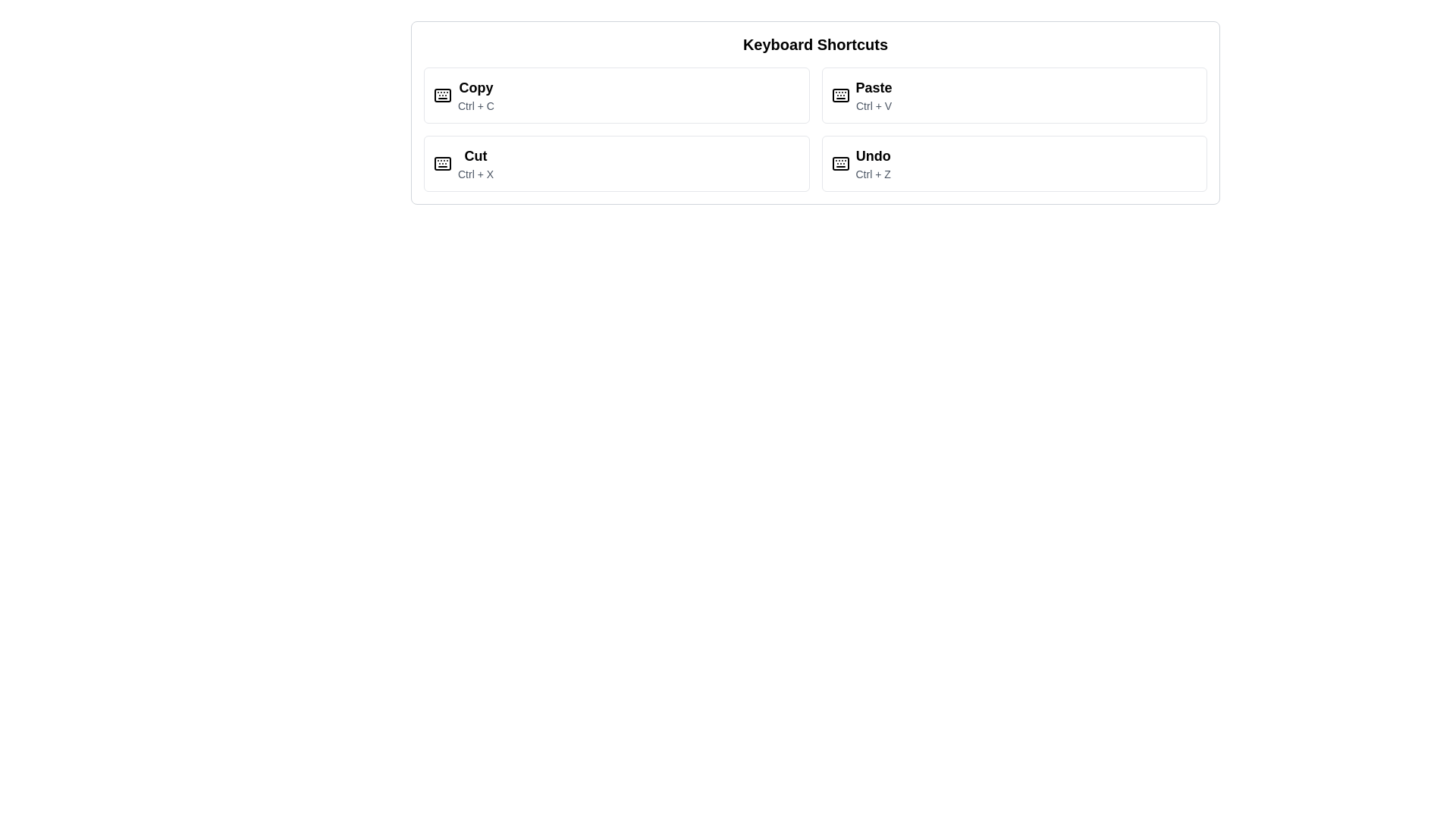 Image resolution: width=1456 pixels, height=819 pixels. What do you see at coordinates (475, 164) in the screenshot?
I see `the 'Cut' keyboard shortcut label, which is the second option in the list of shortcuts, located between 'Copy' and 'Paste'` at bounding box center [475, 164].